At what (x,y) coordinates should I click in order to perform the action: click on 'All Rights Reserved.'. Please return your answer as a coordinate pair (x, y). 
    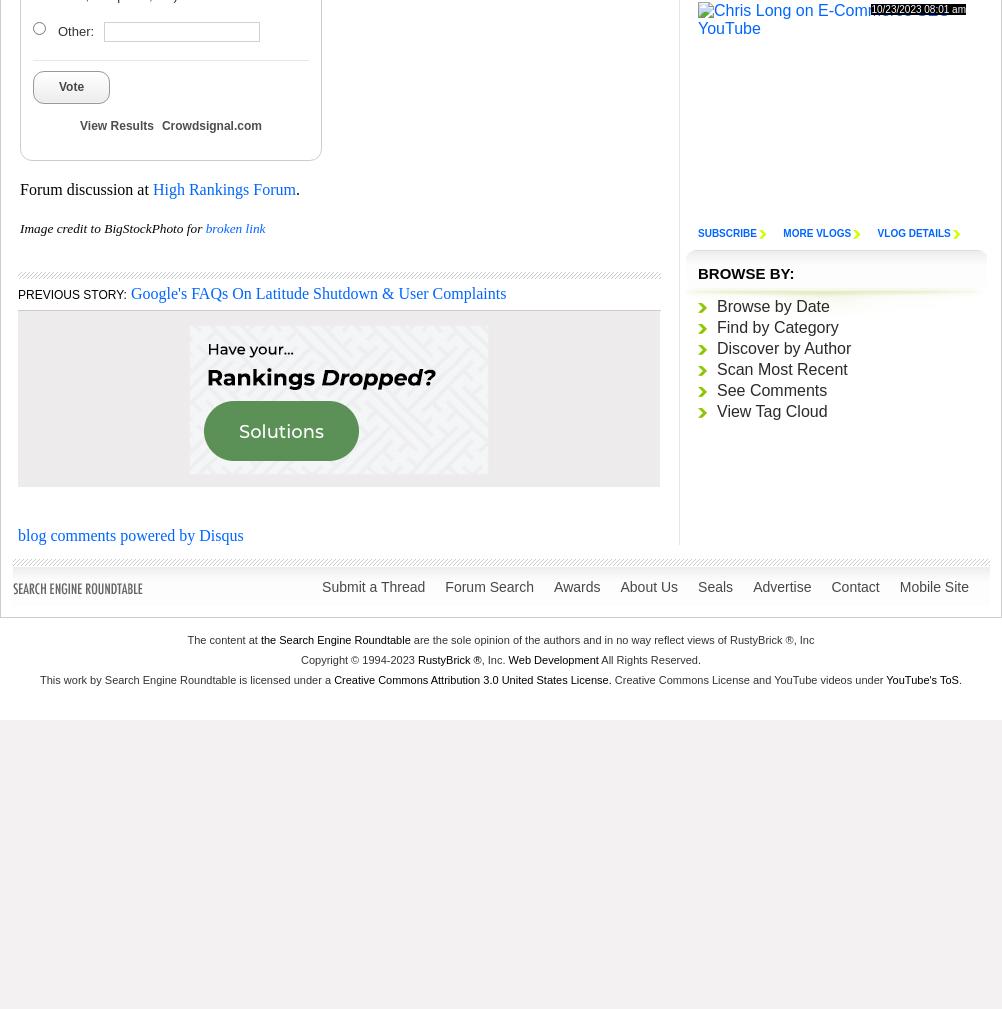
    Looking at the image, I should click on (648, 658).